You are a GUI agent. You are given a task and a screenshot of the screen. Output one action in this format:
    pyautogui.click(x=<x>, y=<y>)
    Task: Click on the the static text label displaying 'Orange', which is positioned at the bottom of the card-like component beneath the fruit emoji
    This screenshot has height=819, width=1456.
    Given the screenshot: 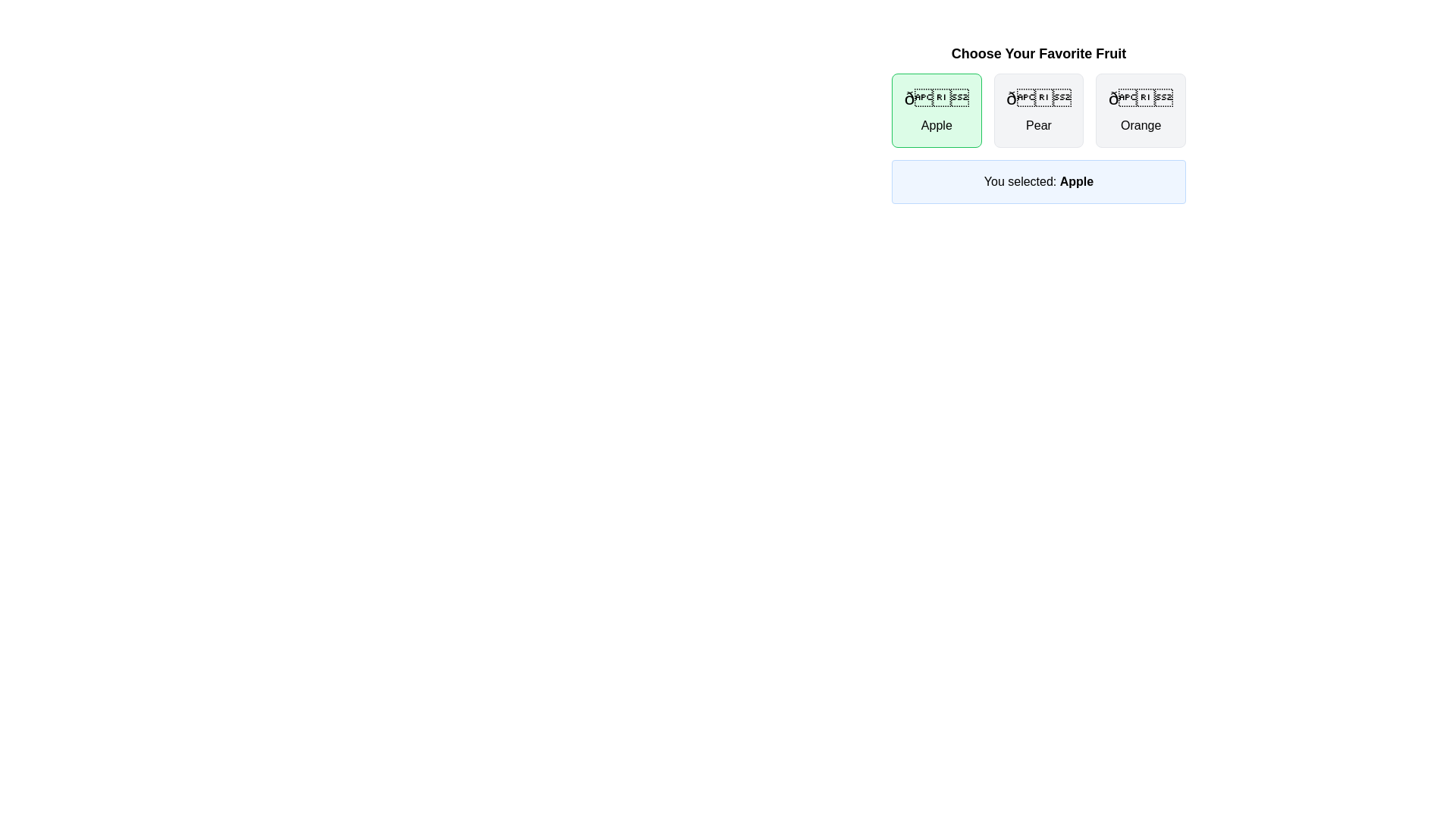 What is the action you would take?
    pyautogui.click(x=1141, y=124)
    